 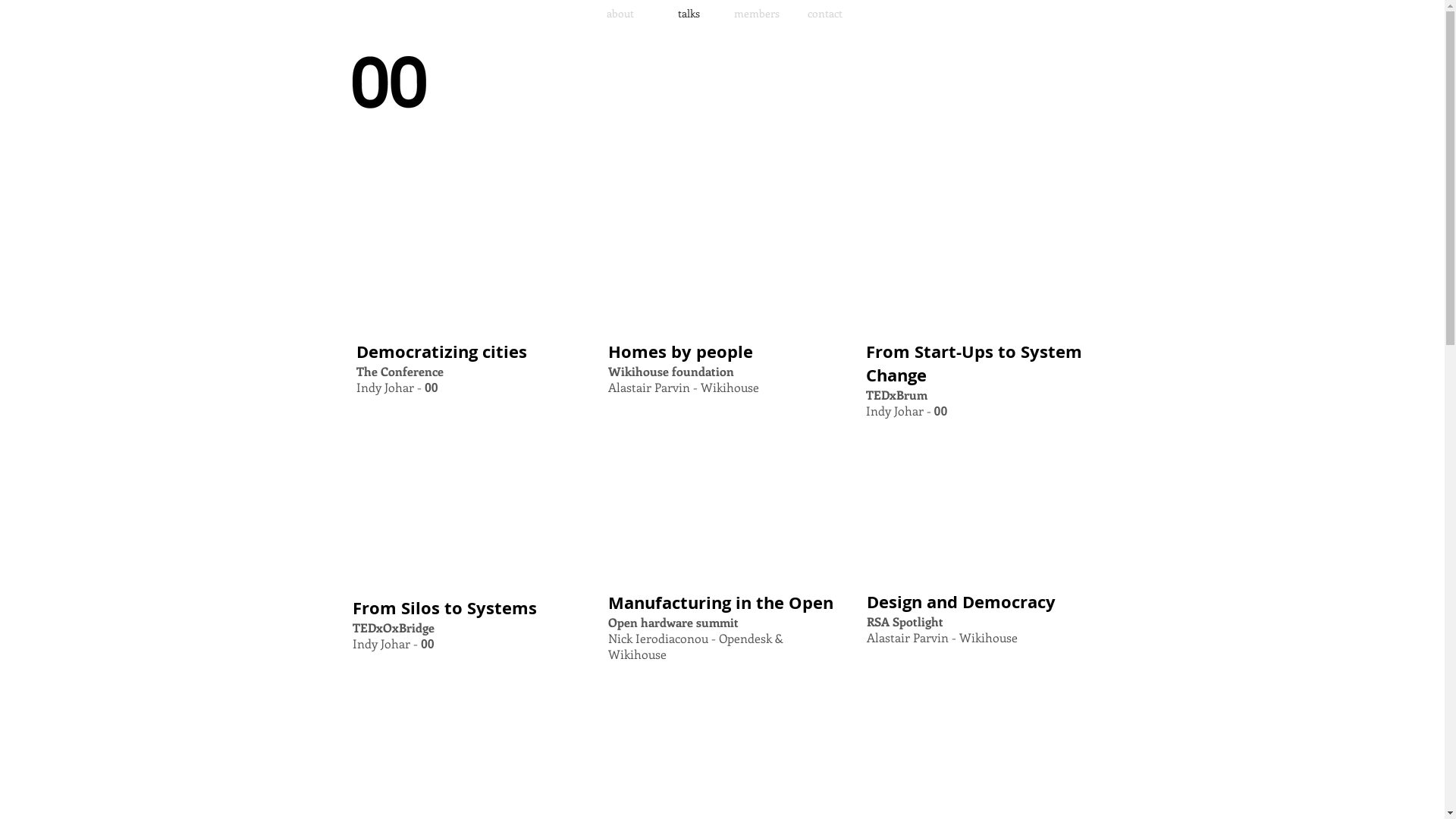 I want to click on 'about', so click(x=620, y=14).